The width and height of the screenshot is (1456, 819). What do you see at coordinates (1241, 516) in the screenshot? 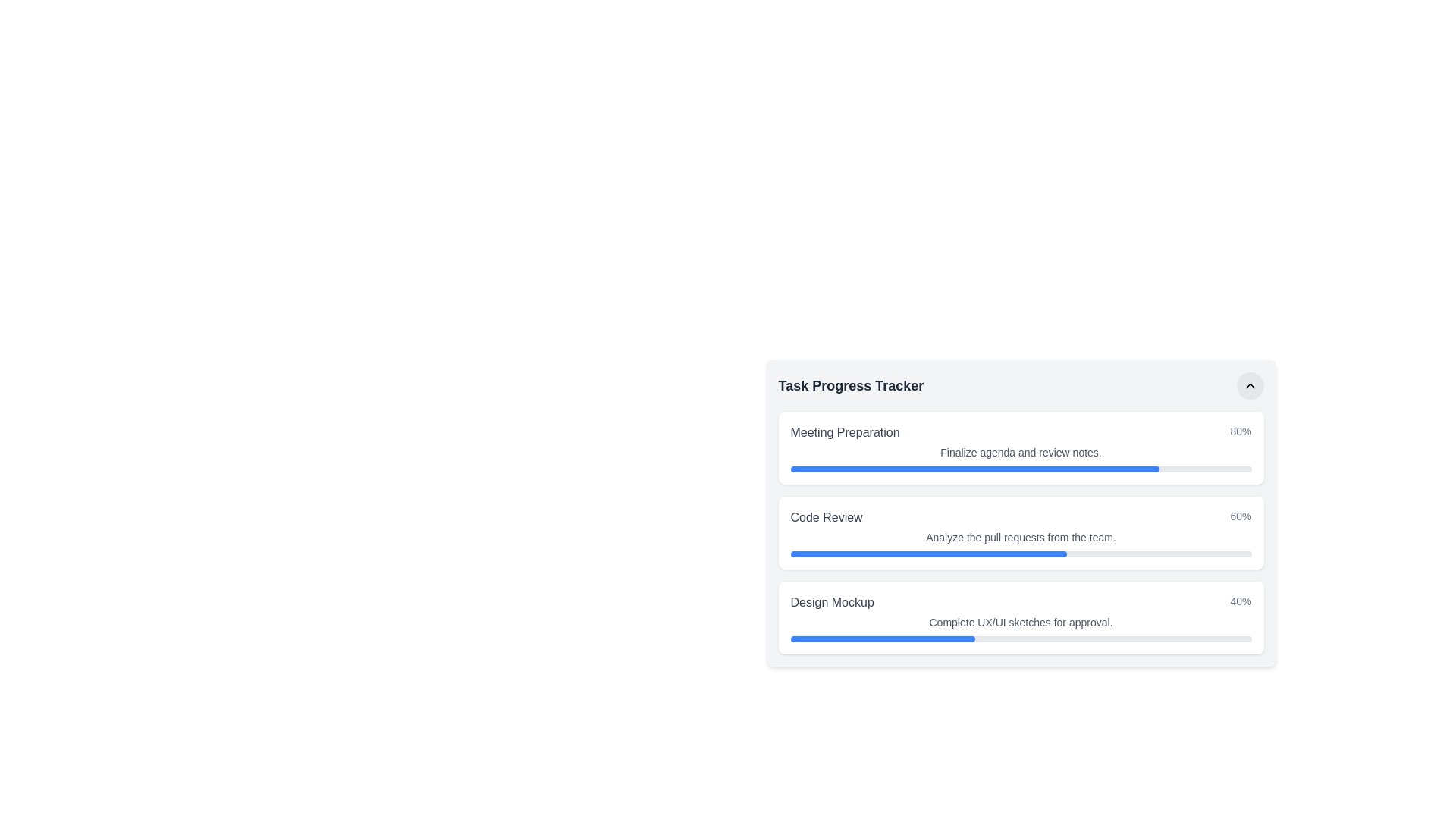
I see `the static text label displaying '60%' located on the top-right side of the 'Code Review' section in the task tracker layout` at bounding box center [1241, 516].